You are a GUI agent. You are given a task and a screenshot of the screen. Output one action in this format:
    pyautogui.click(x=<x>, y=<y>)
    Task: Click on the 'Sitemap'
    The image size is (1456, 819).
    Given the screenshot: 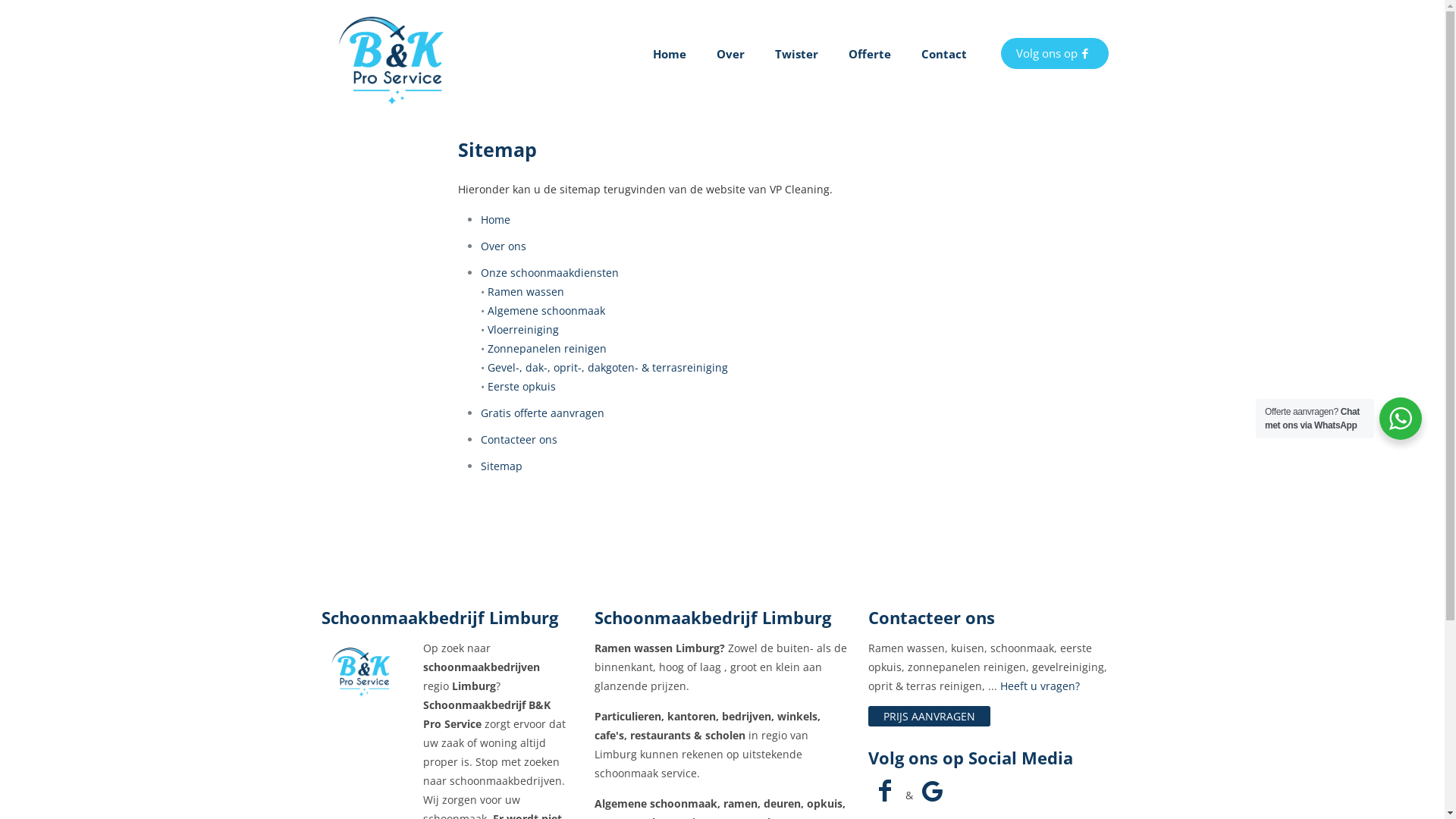 What is the action you would take?
    pyautogui.click(x=501, y=465)
    